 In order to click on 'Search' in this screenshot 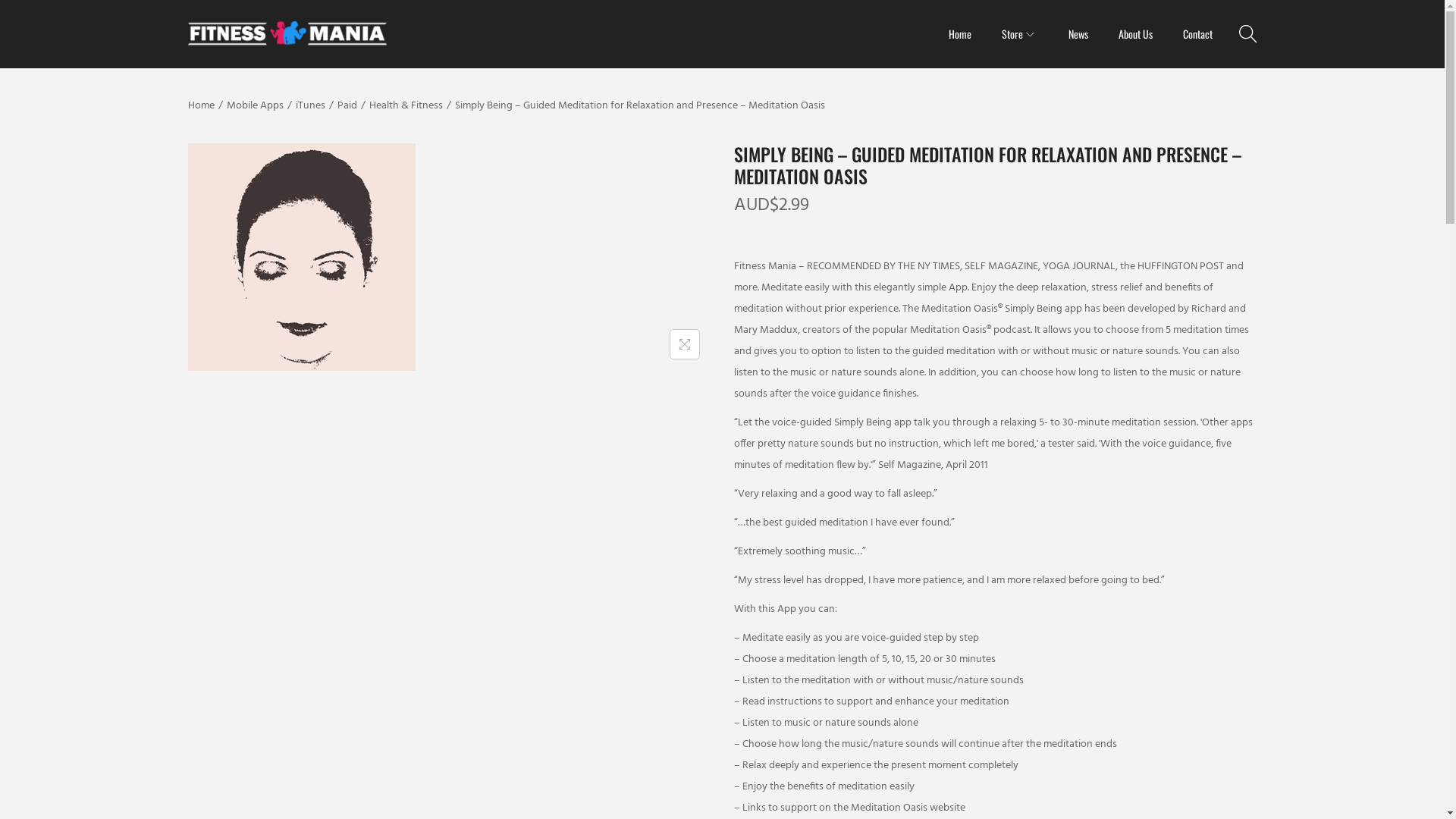, I will do `click(949, 428)`.